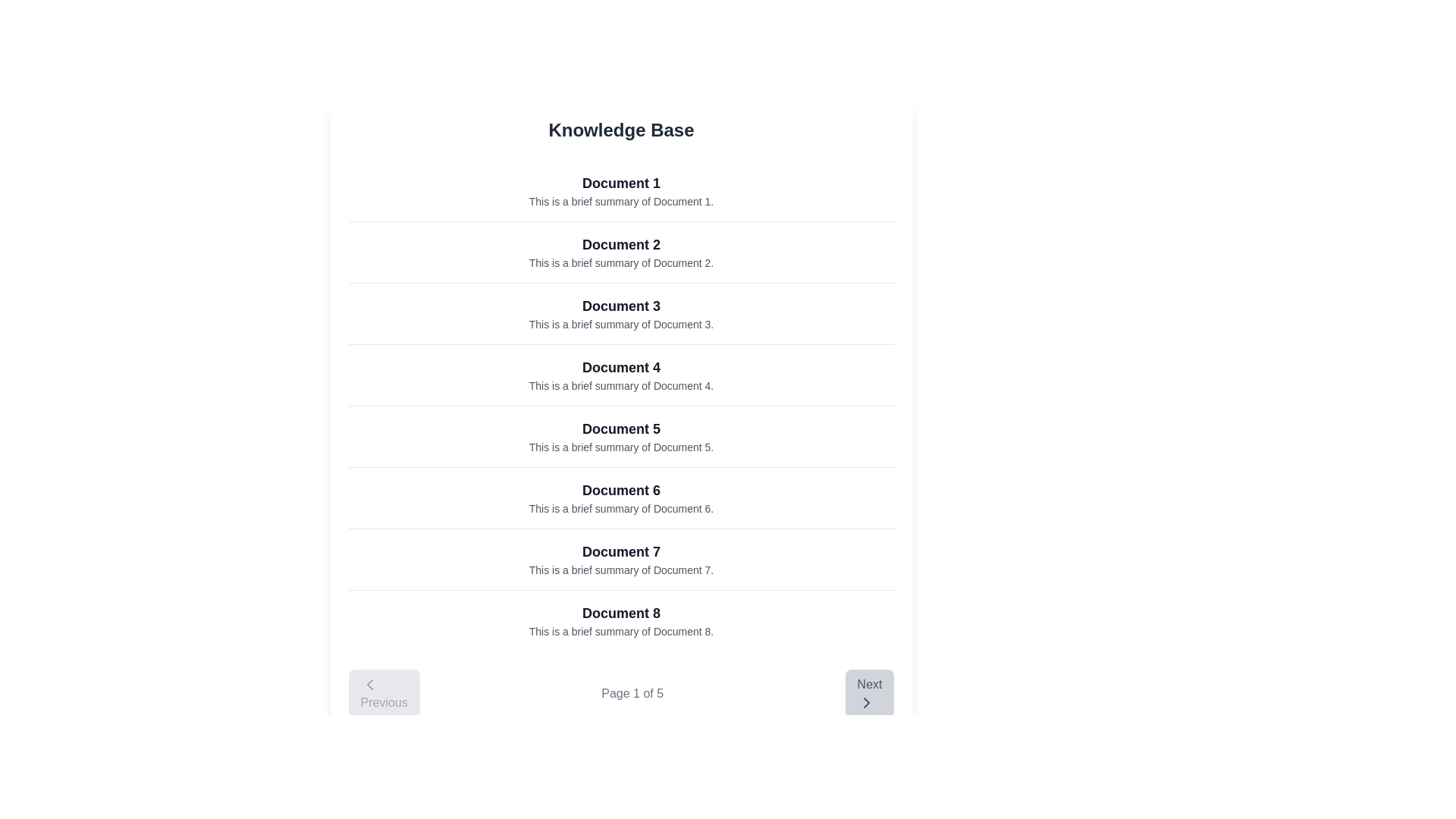  What do you see at coordinates (621, 375) in the screenshot?
I see `the text display component representing the fourth document in the list, which provides a title and summary, to interact with nearby interactive elements if present` at bounding box center [621, 375].